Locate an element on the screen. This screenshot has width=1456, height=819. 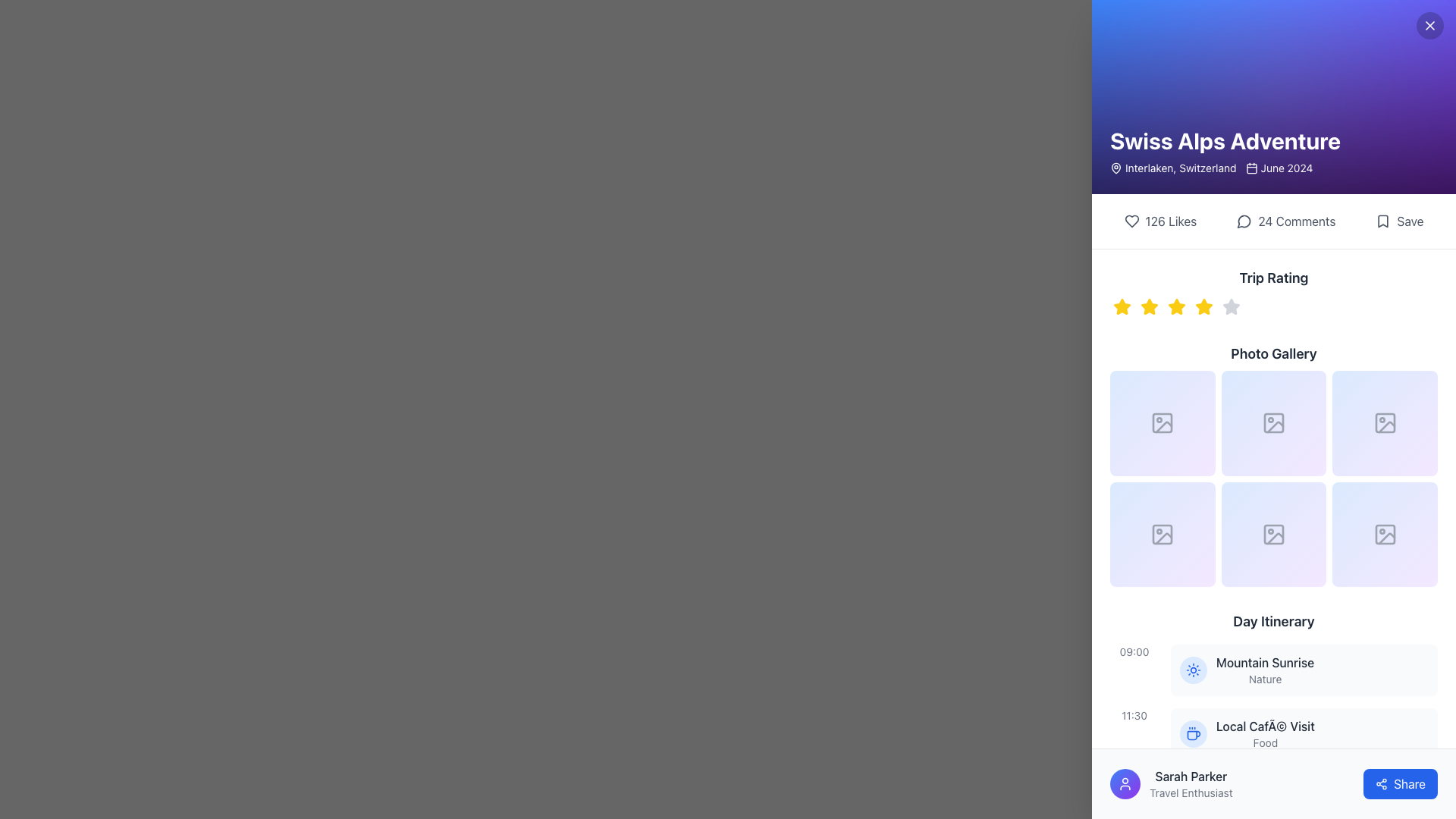
the Component placeholder in the second row and first column of the Photo Gallery grid is located at coordinates (1162, 534).